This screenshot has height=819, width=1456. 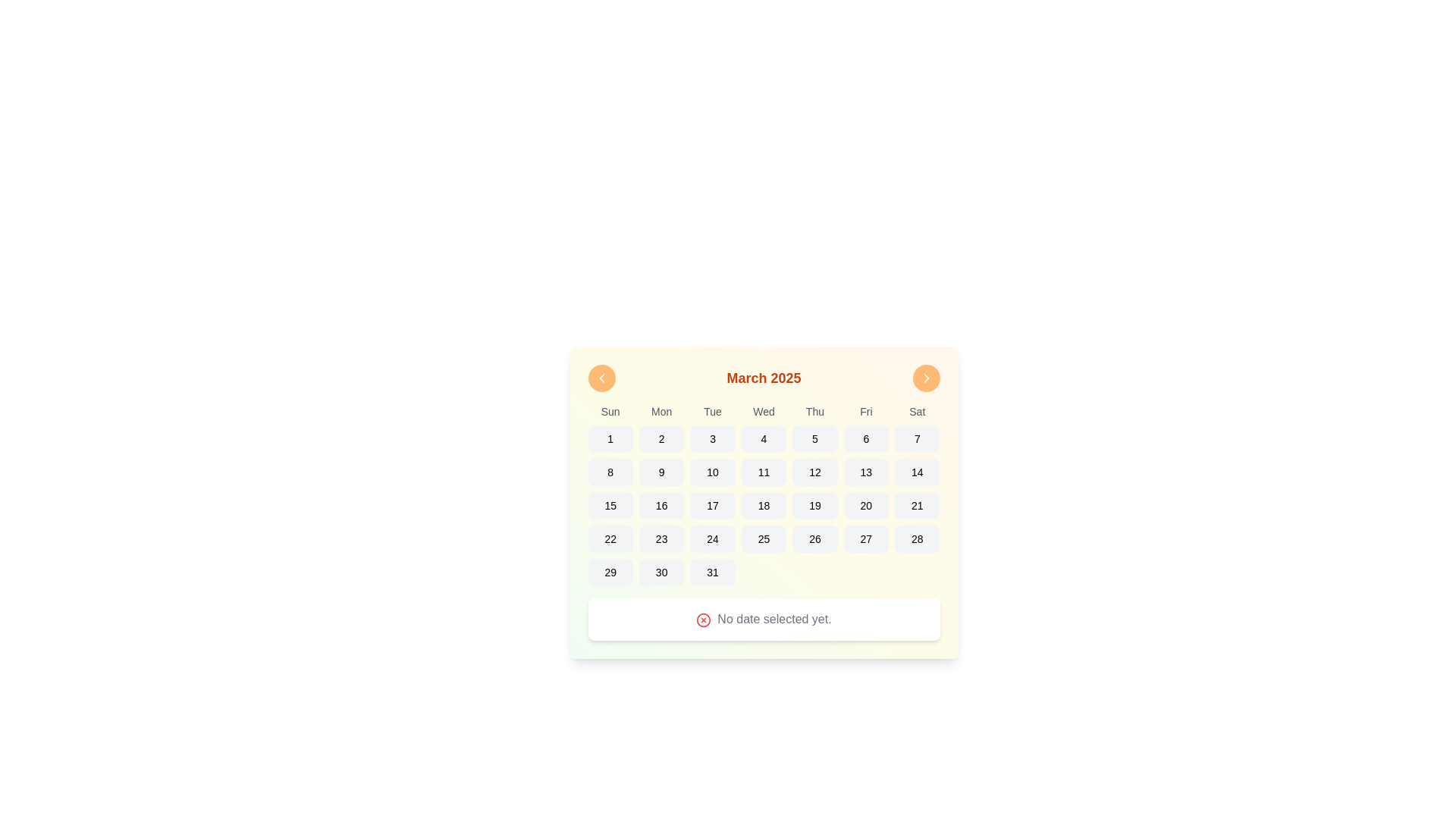 What do you see at coordinates (764, 620) in the screenshot?
I see `and interpret the text from the Text information box which states 'No date selected yet.'` at bounding box center [764, 620].